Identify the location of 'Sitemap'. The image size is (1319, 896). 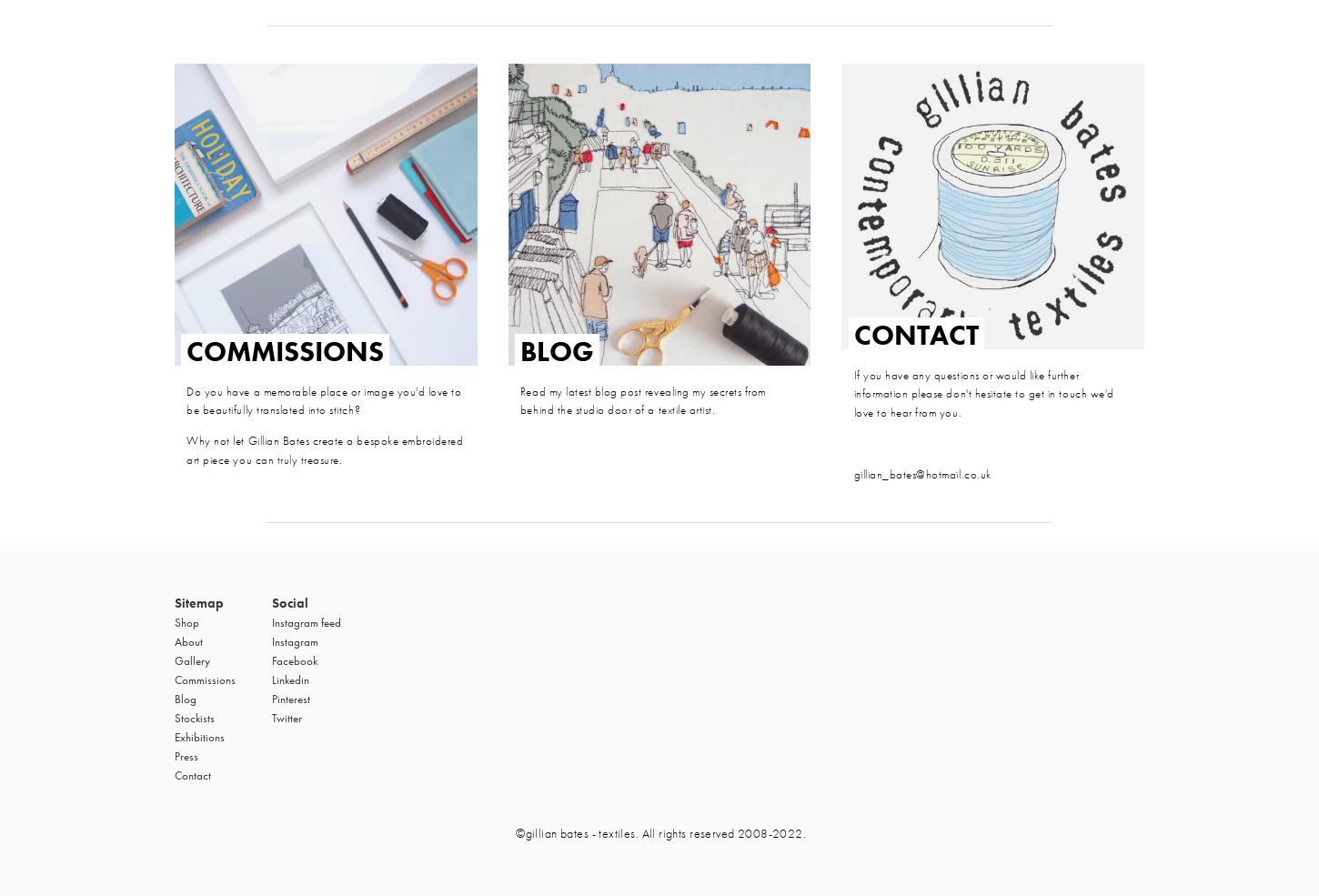
(197, 601).